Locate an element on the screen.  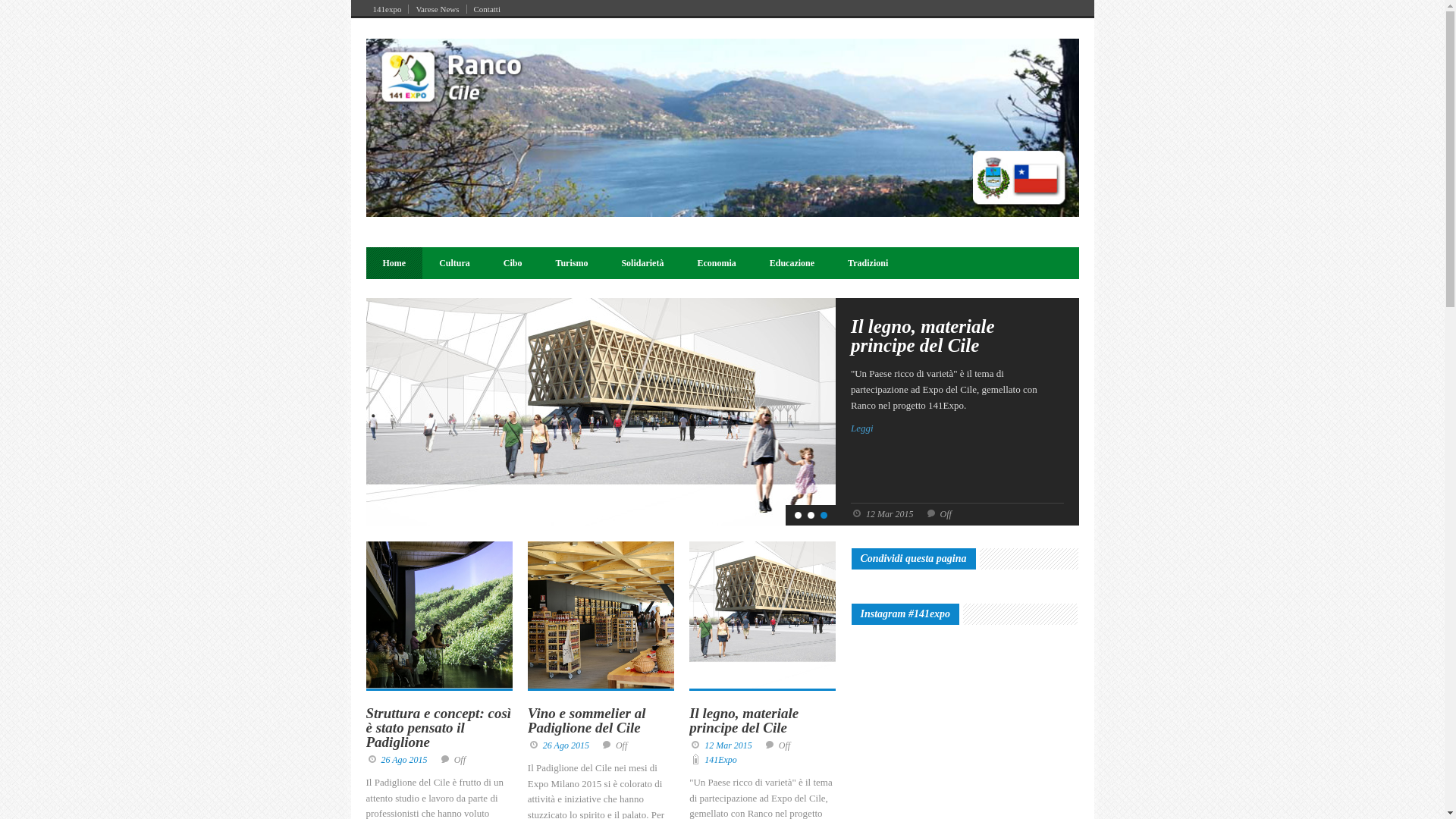
'Educazione' is located at coordinates (791, 262).